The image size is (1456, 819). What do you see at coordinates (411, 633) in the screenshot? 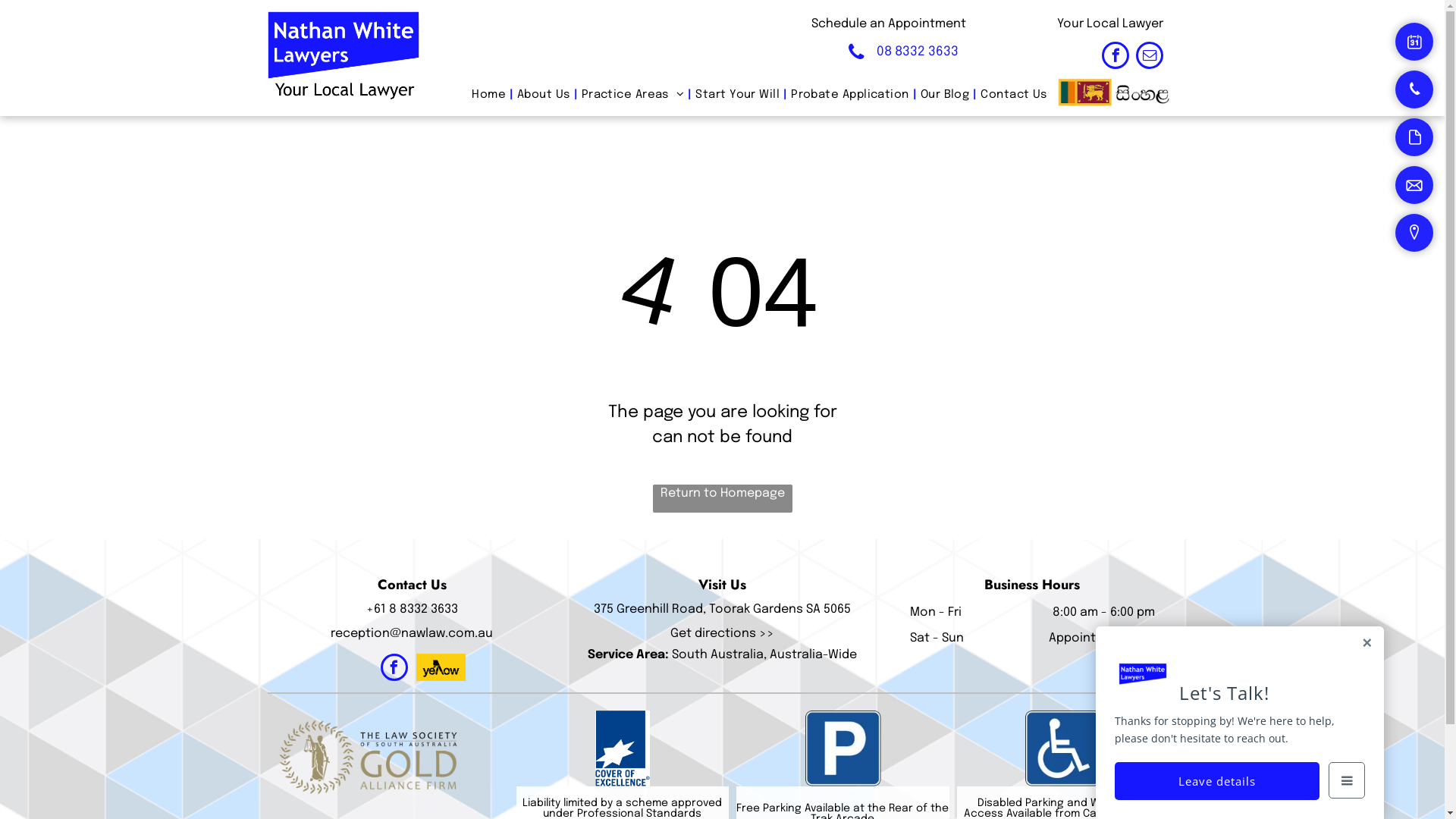
I see `'reception@nawlaw.com.au'` at bounding box center [411, 633].